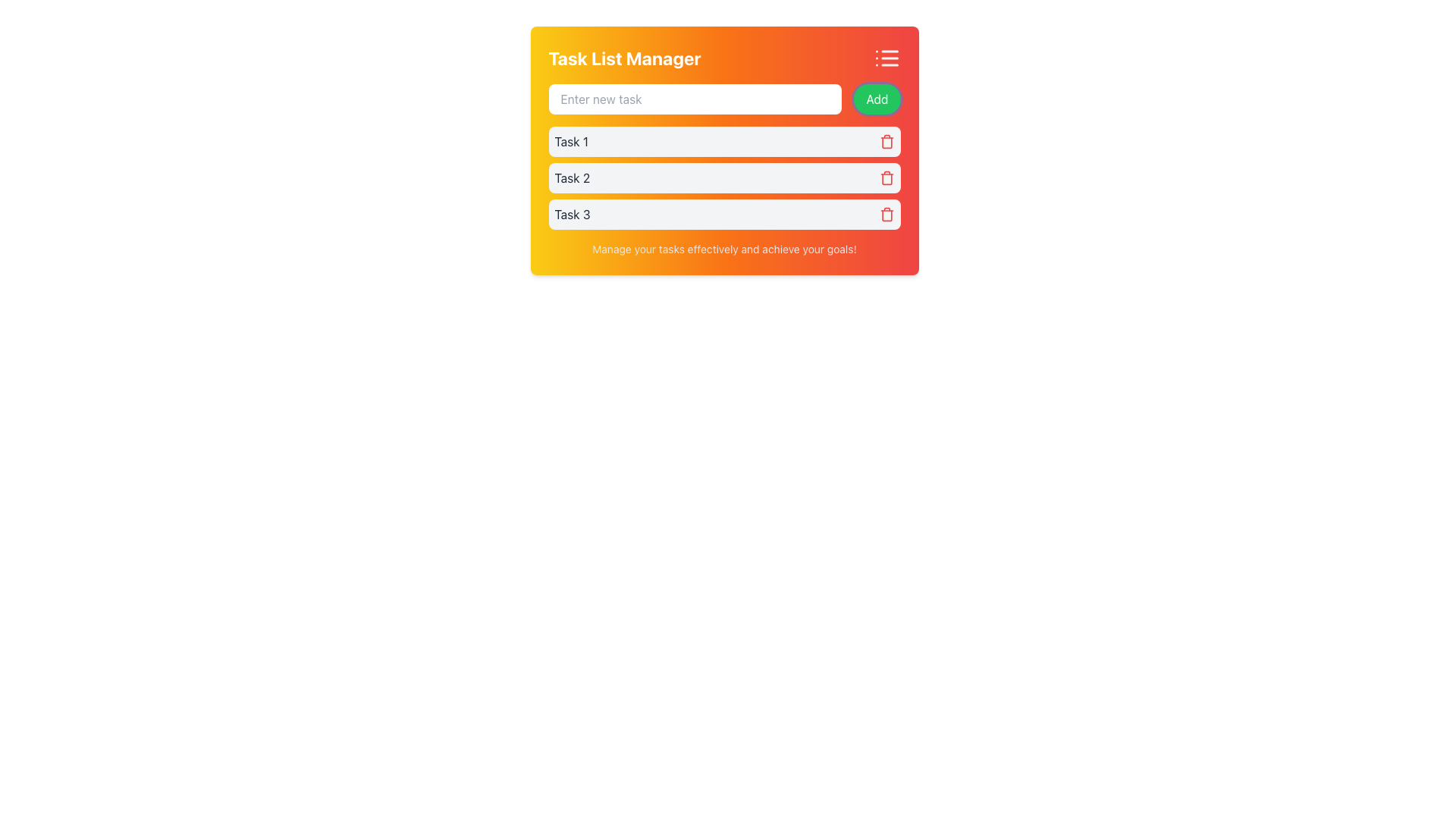 The width and height of the screenshot is (1456, 819). Describe the element at coordinates (723, 157) in the screenshot. I see `the first task entry labeled 'Task 1' in the task list` at that location.